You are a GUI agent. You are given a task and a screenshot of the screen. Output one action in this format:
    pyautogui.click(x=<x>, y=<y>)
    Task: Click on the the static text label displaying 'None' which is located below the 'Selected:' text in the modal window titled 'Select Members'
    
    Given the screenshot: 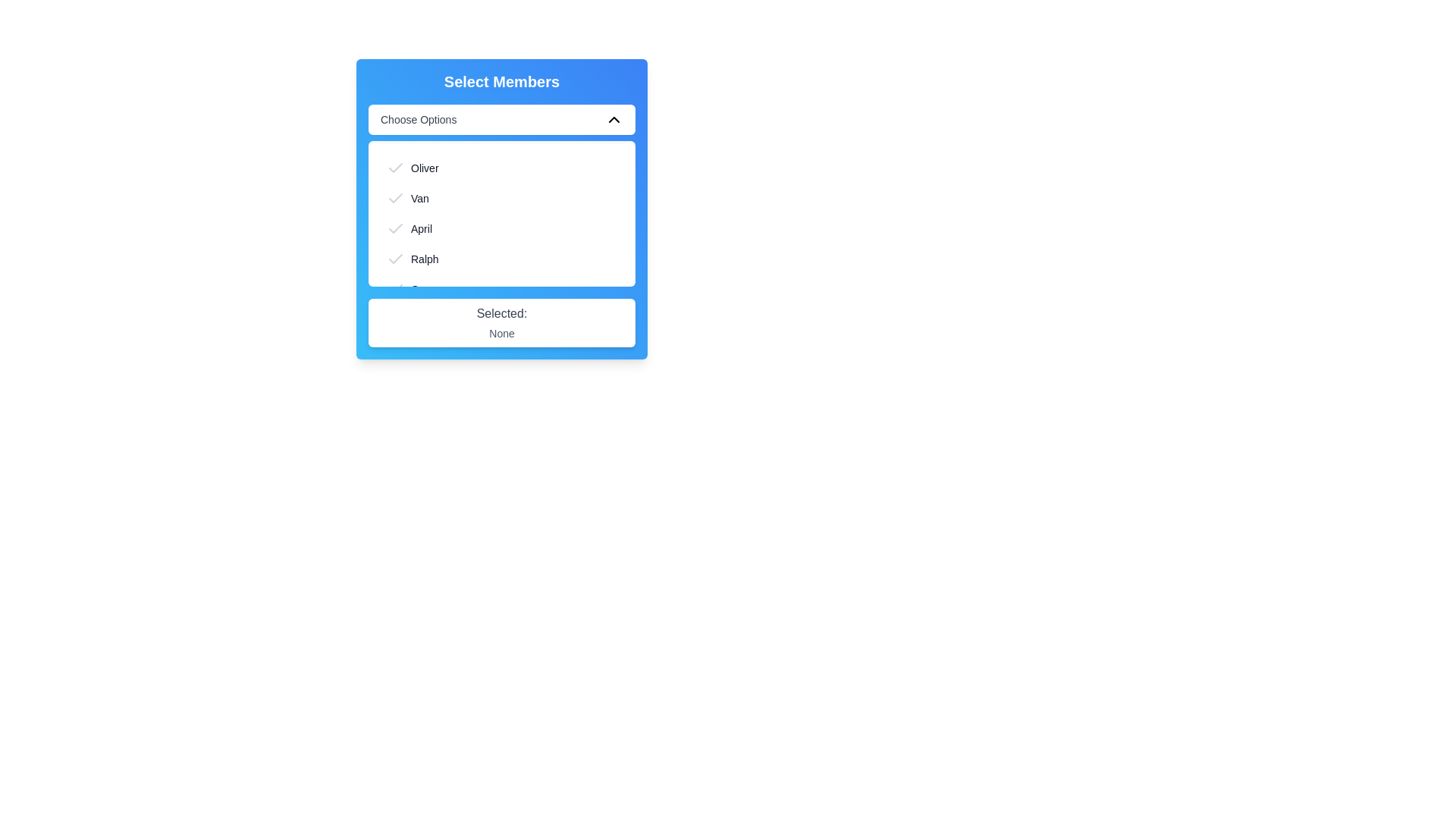 What is the action you would take?
    pyautogui.click(x=502, y=332)
    